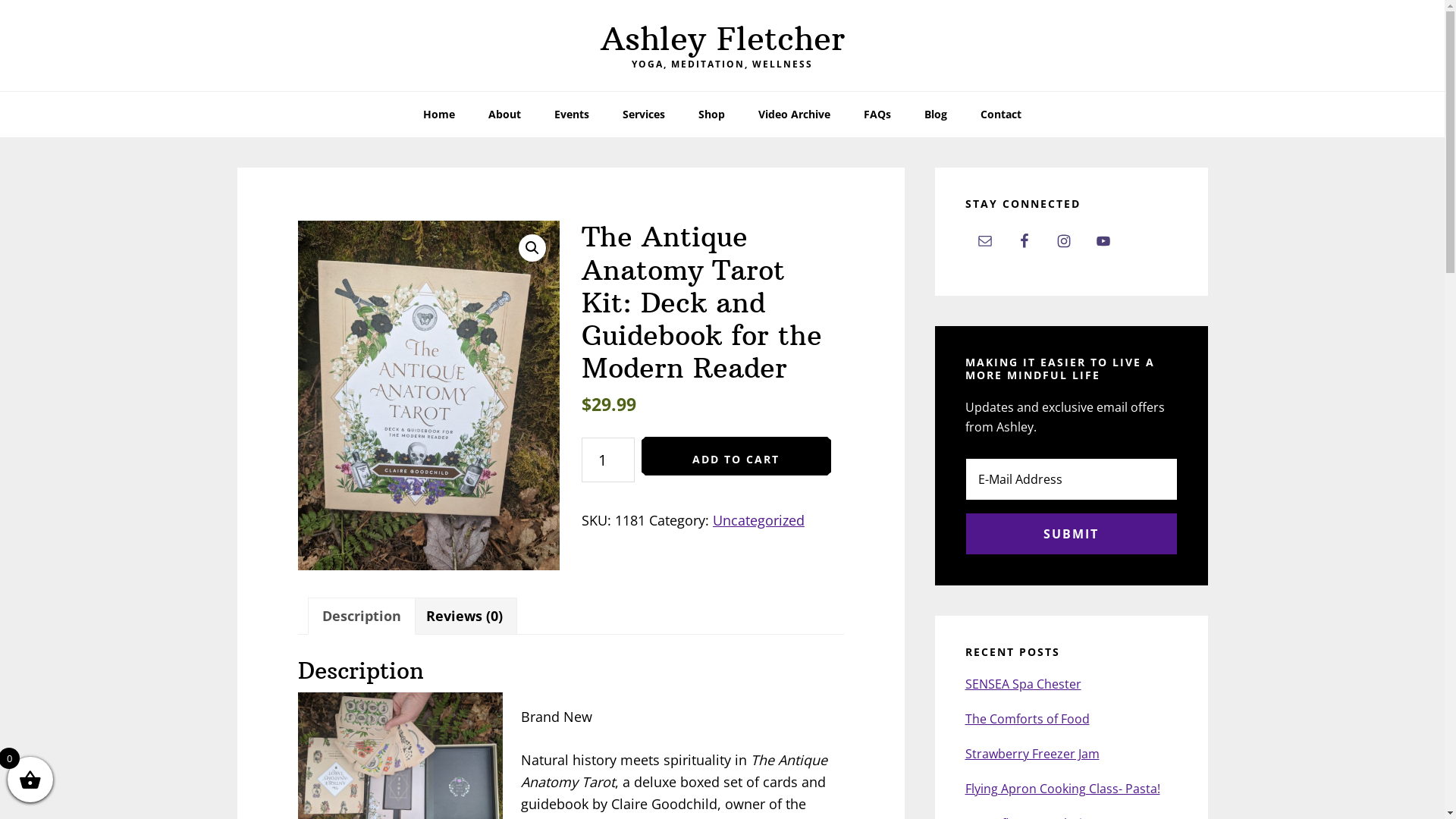 Image resolution: width=1456 pixels, height=819 pixels. What do you see at coordinates (0, 0) in the screenshot?
I see `'Skip to primary navigation'` at bounding box center [0, 0].